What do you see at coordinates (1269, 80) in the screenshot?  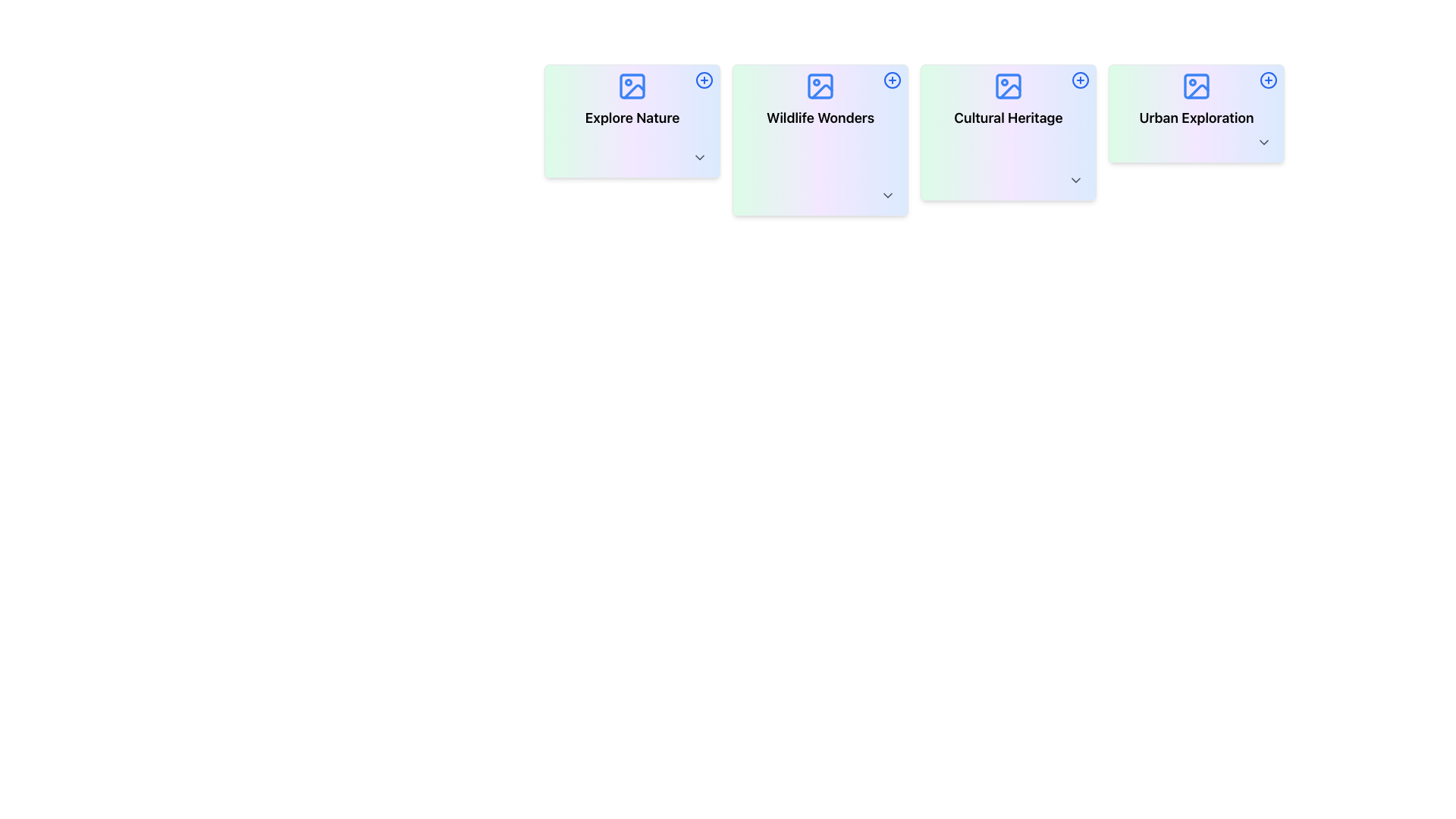 I see `the blue circular shape within the 'Urban Exploration' card, which is part of the plus icon in the top-right corner` at bounding box center [1269, 80].